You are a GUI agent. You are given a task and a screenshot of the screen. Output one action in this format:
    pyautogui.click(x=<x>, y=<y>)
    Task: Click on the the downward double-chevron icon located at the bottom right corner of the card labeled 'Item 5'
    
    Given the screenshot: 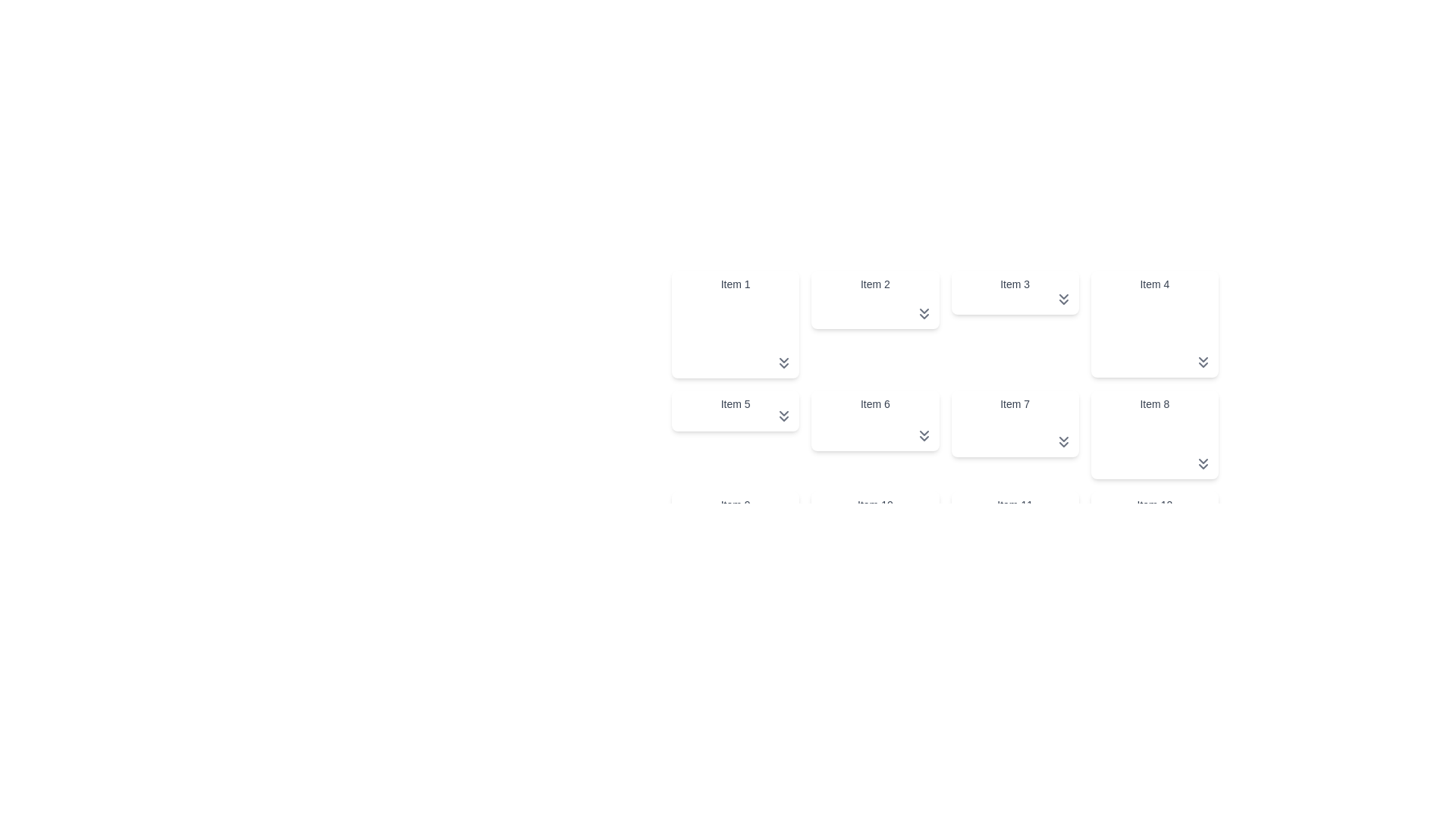 What is the action you would take?
    pyautogui.click(x=784, y=416)
    